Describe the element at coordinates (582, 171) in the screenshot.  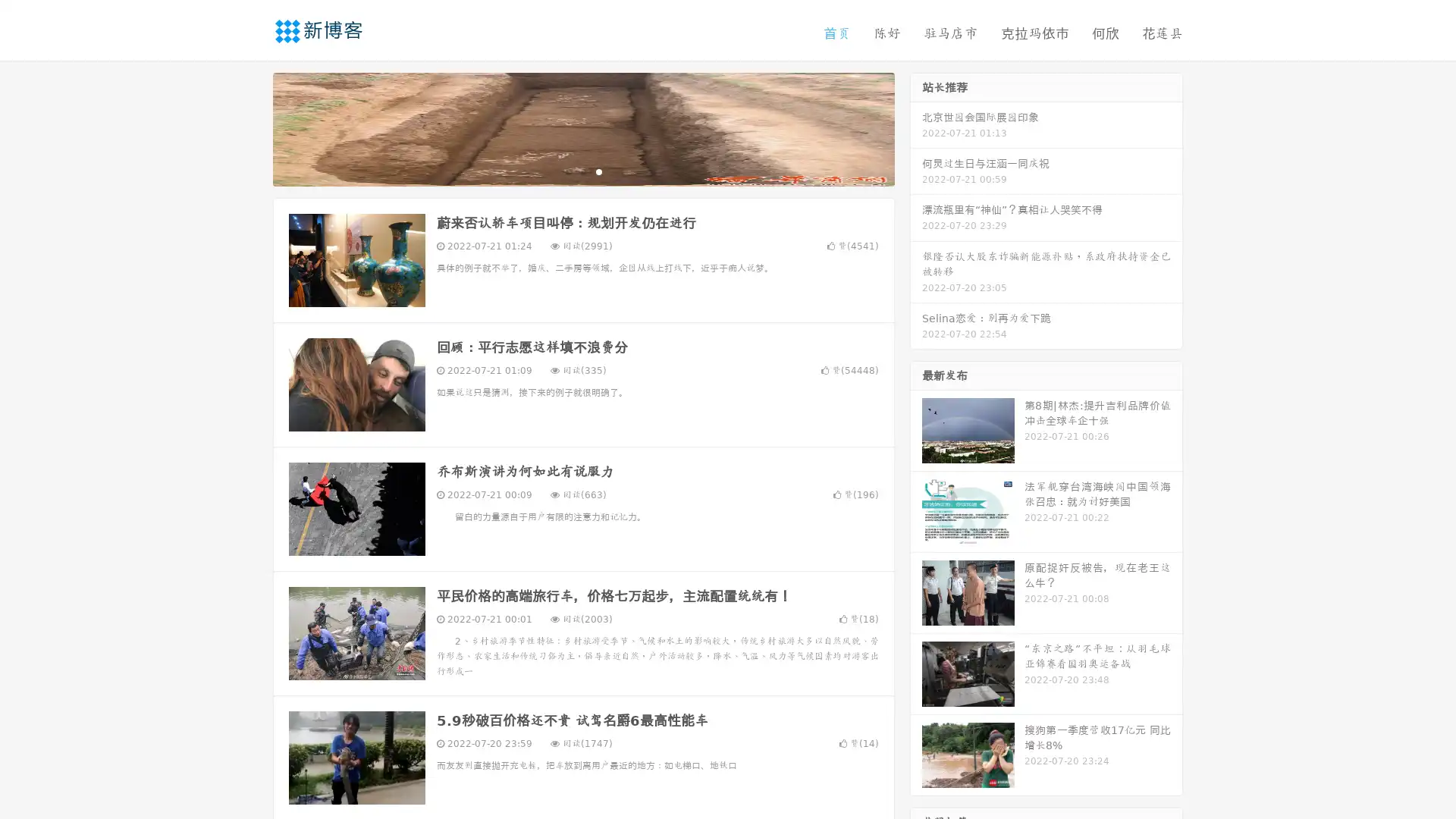
I see `Go to slide 2` at that location.